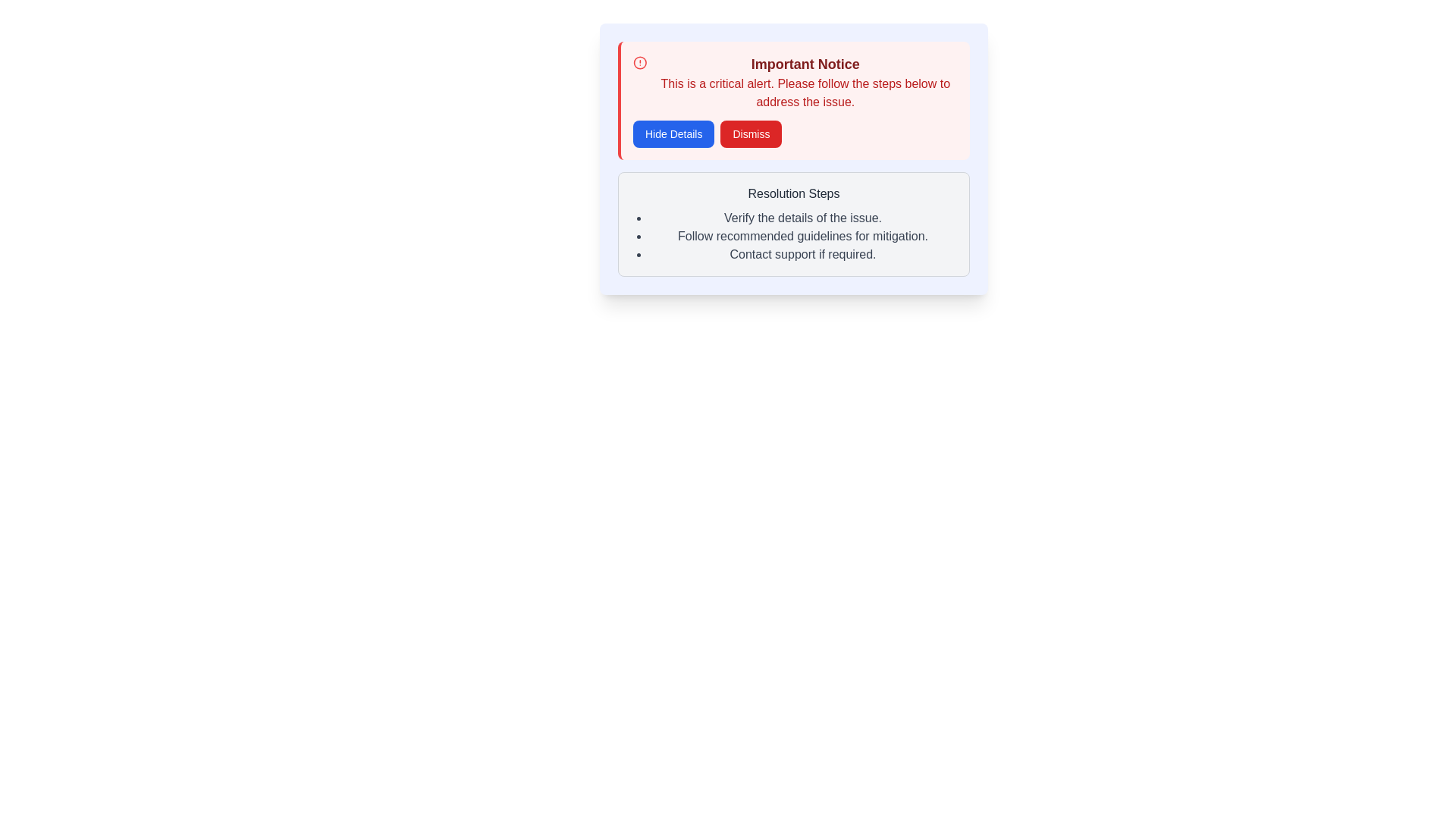 This screenshot has width=1456, height=819. I want to click on the red stroked circular graphic that forms the outer boundary of the warning icon, located to the left of the 'Important Notice' text, so click(640, 62).